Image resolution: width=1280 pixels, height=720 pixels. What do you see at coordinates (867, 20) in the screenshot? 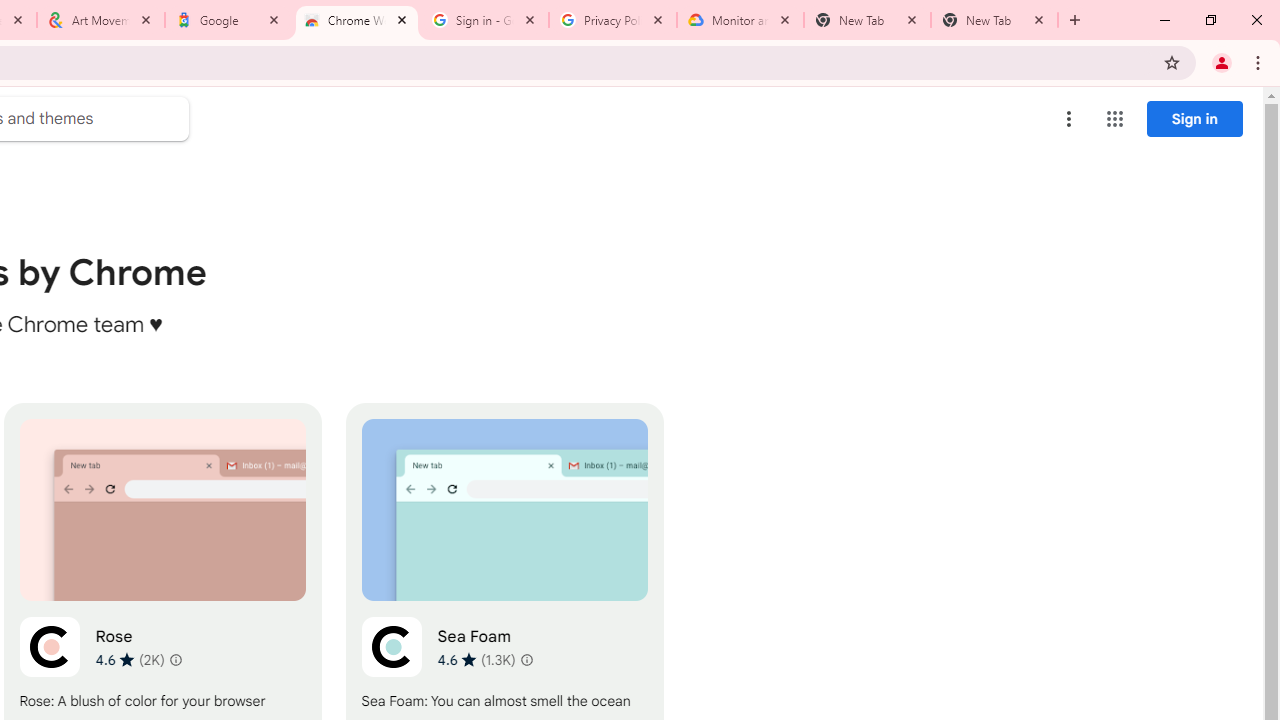
I see `'New Tab'` at bounding box center [867, 20].